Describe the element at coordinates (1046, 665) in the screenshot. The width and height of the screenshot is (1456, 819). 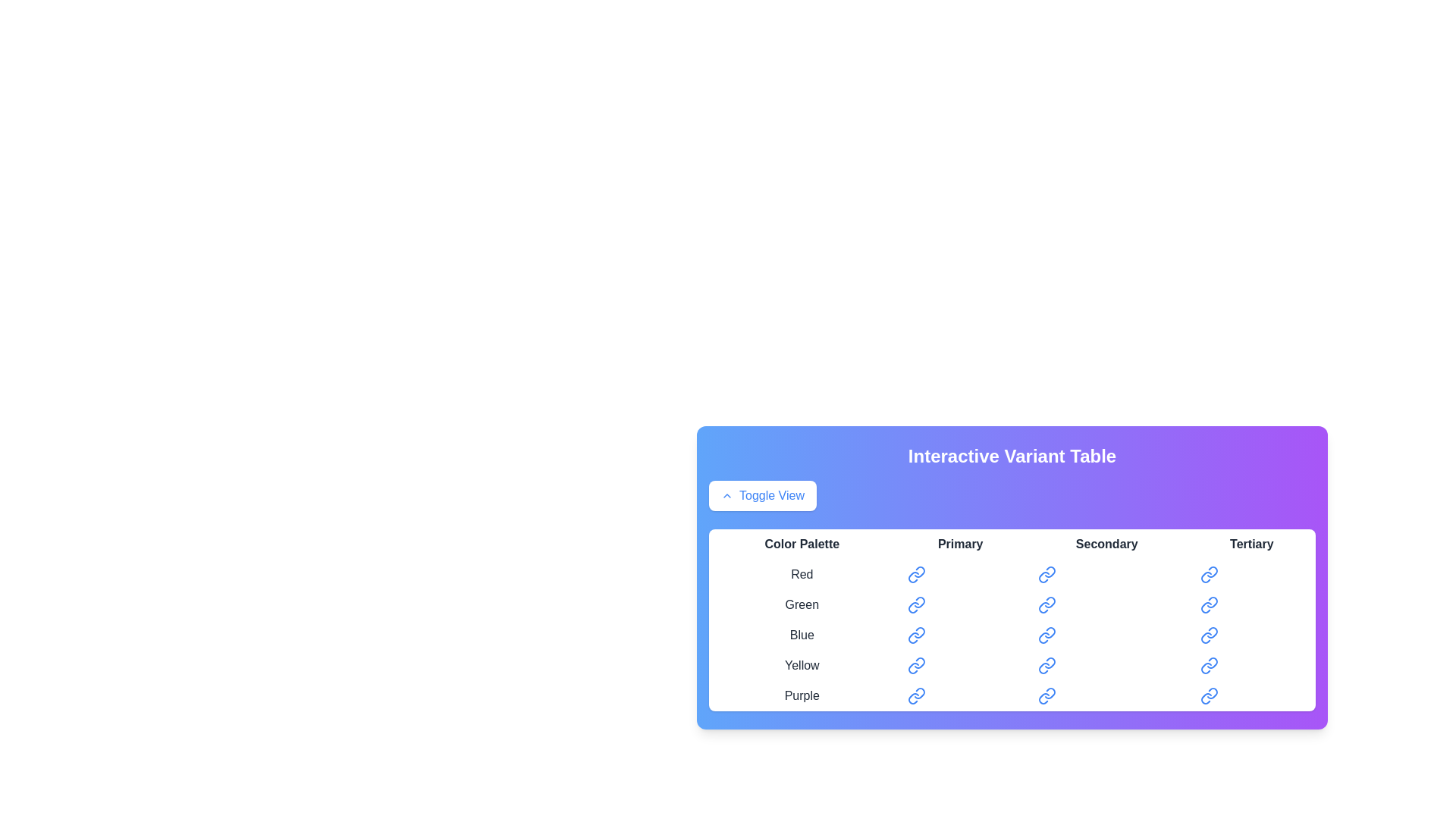
I see `the blue chain link icon located in the 'Secondary' column under the 'Yellow' row` at that location.